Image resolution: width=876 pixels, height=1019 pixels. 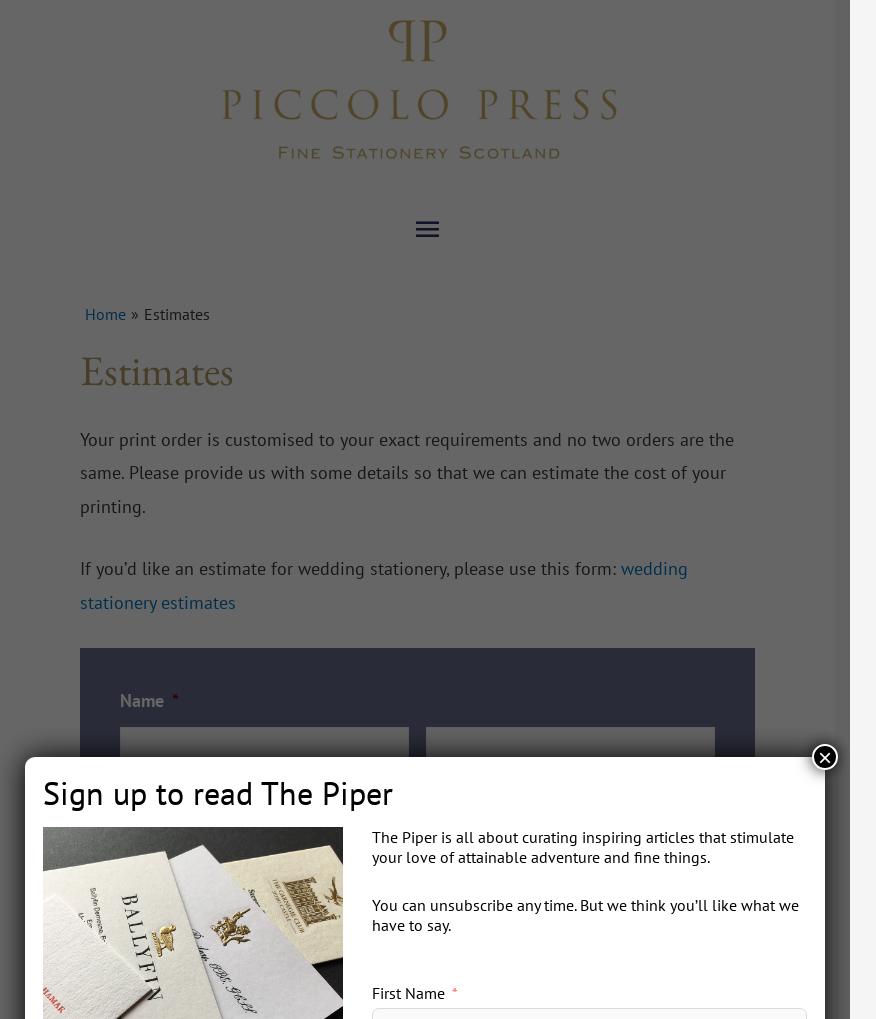 What do you see at coordinates (406, 471) in the screenshot?
I see `'Your print order is customised to your exact requirements and no two orders are the same. Please provide us with some details so that we can estimate the cost of your printing.'` at bounding box center [406, 471].